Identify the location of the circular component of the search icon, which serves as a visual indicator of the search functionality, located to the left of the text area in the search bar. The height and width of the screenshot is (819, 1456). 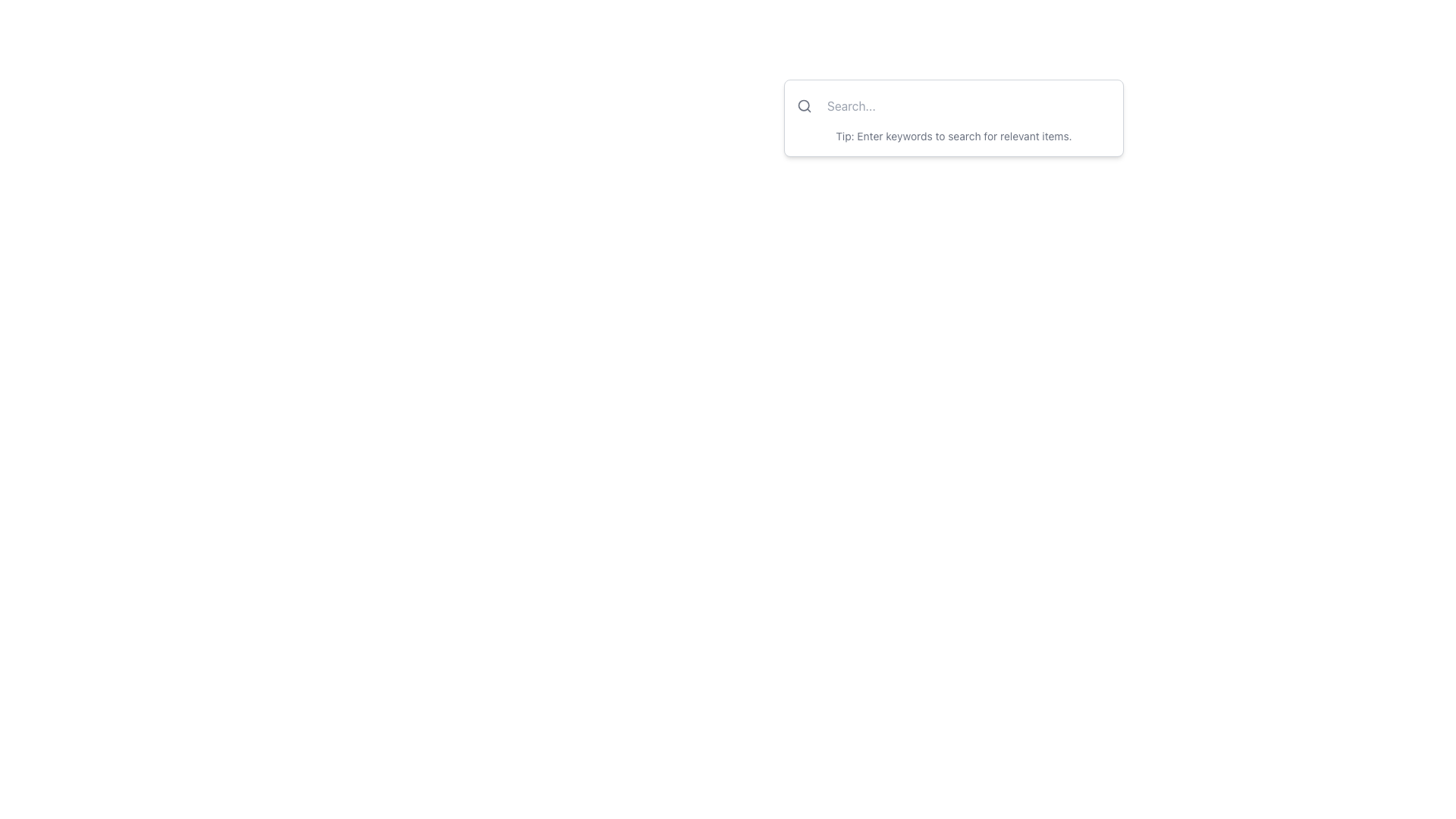
(803, 105).